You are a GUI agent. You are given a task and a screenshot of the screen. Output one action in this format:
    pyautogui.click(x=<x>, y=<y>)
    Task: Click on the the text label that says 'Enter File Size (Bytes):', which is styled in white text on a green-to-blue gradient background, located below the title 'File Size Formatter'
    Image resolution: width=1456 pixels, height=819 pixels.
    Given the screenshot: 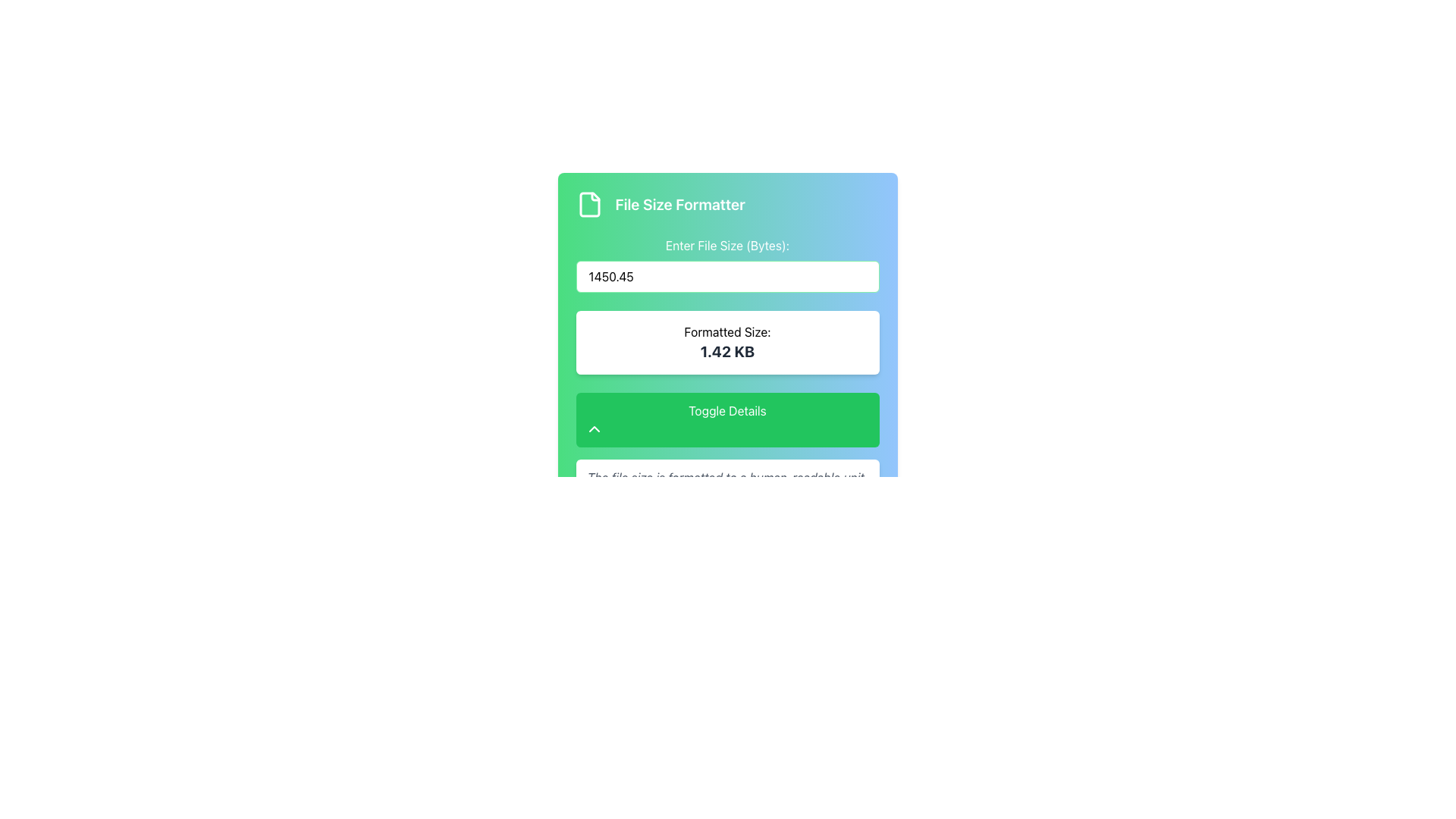 What is the action you would take?
    pyautogui.click(x=726, y=245)
    